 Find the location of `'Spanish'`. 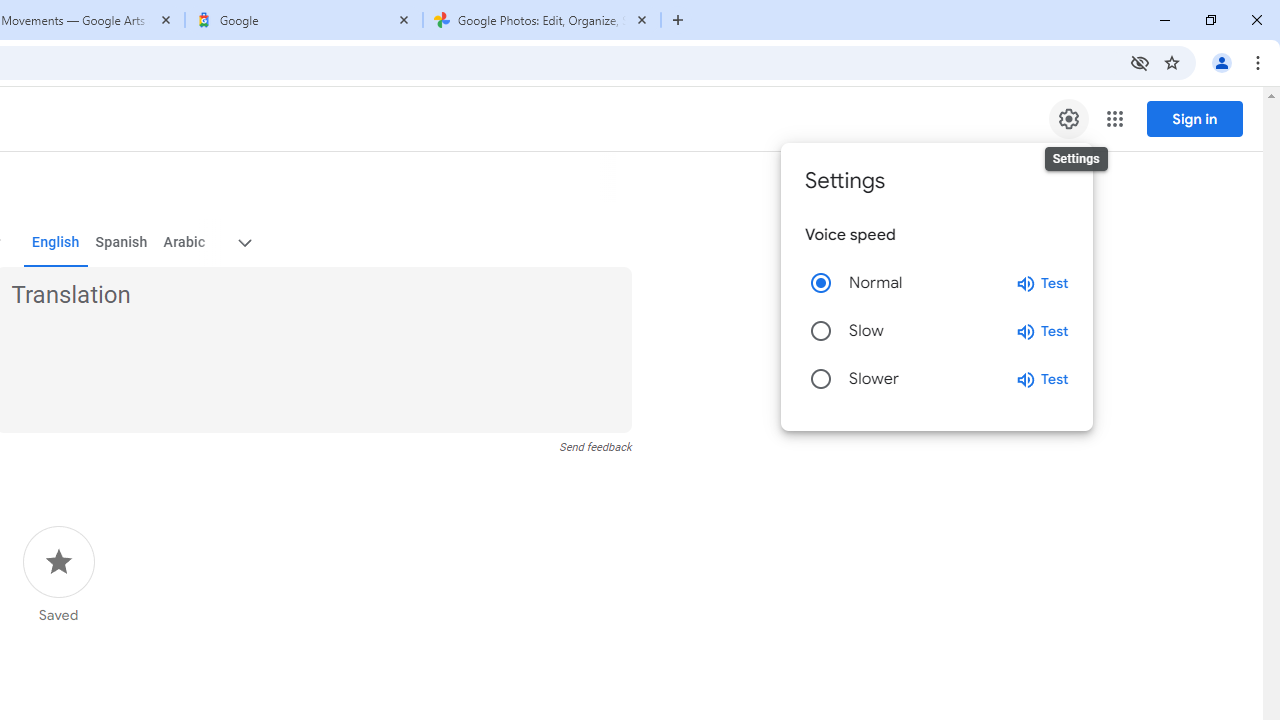

'Spanish' is located at coordinates (120, 242).